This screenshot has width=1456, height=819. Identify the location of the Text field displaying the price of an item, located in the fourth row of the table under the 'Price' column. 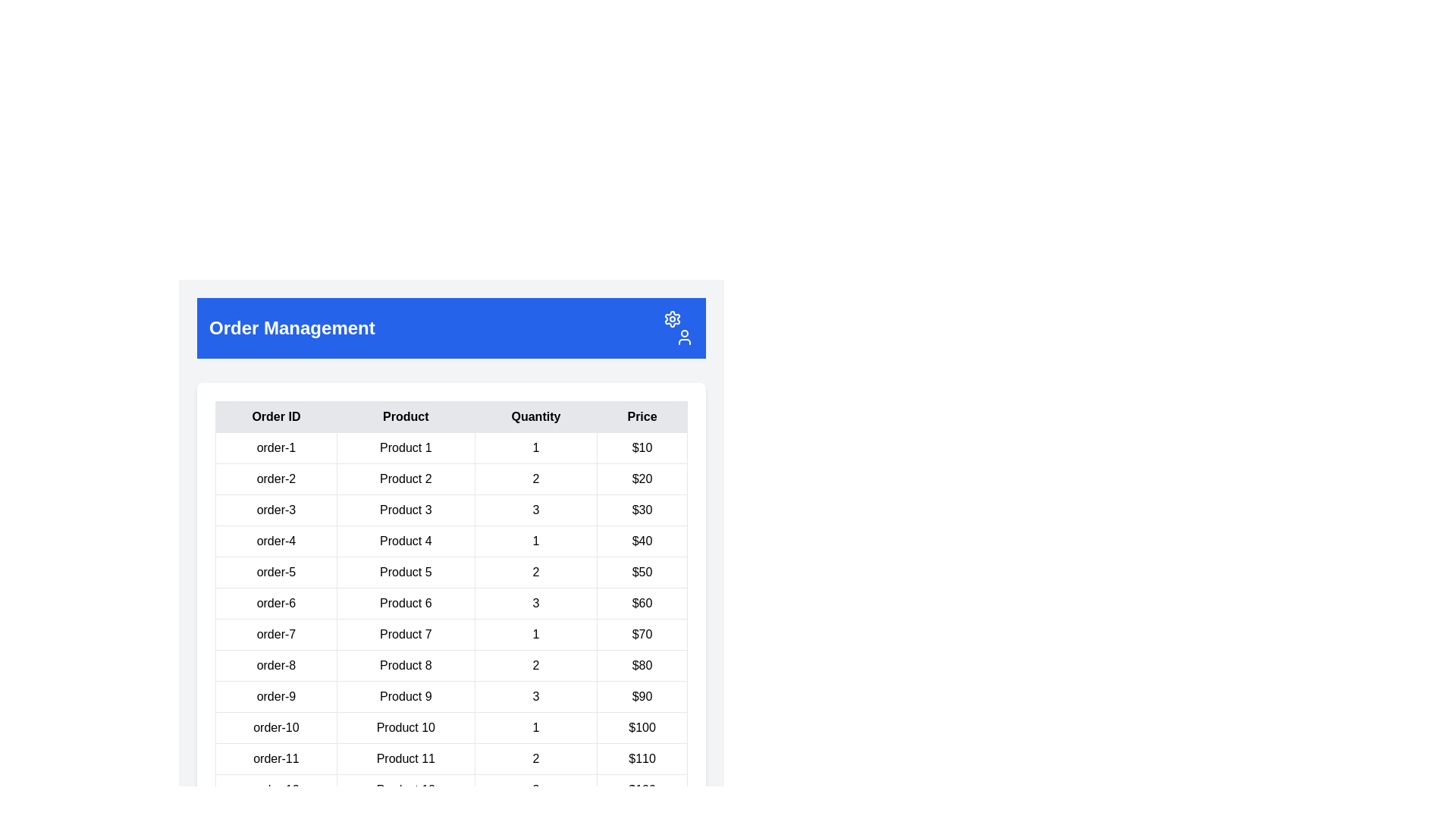
(642, 540).